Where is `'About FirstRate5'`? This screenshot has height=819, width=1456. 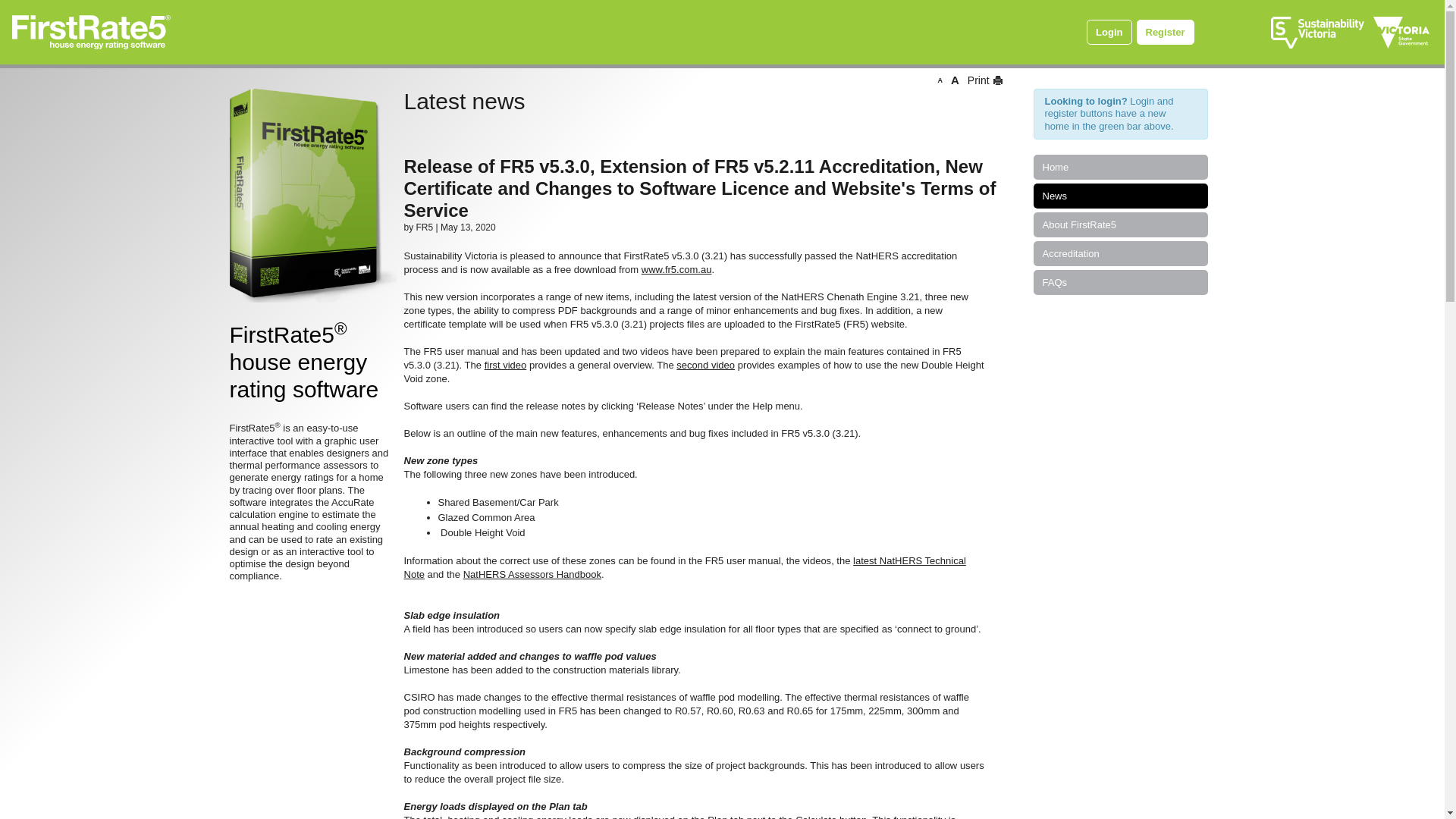 'About FirstRate5' is located at coordinates (1120, 224).